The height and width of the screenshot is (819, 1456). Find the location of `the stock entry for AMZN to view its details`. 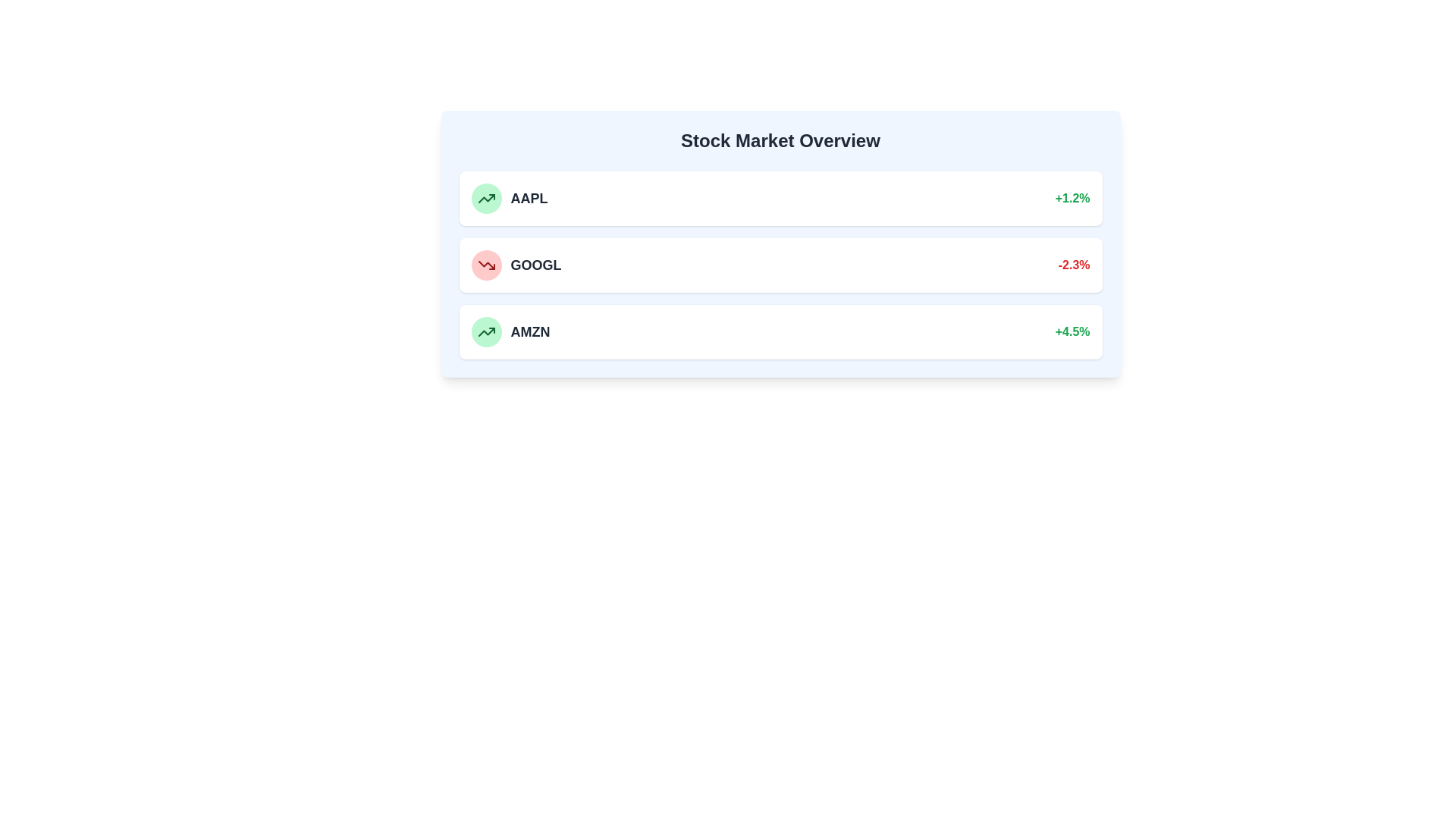

the stock entry for AMZN to view its details is located at coordinates (780, 331).